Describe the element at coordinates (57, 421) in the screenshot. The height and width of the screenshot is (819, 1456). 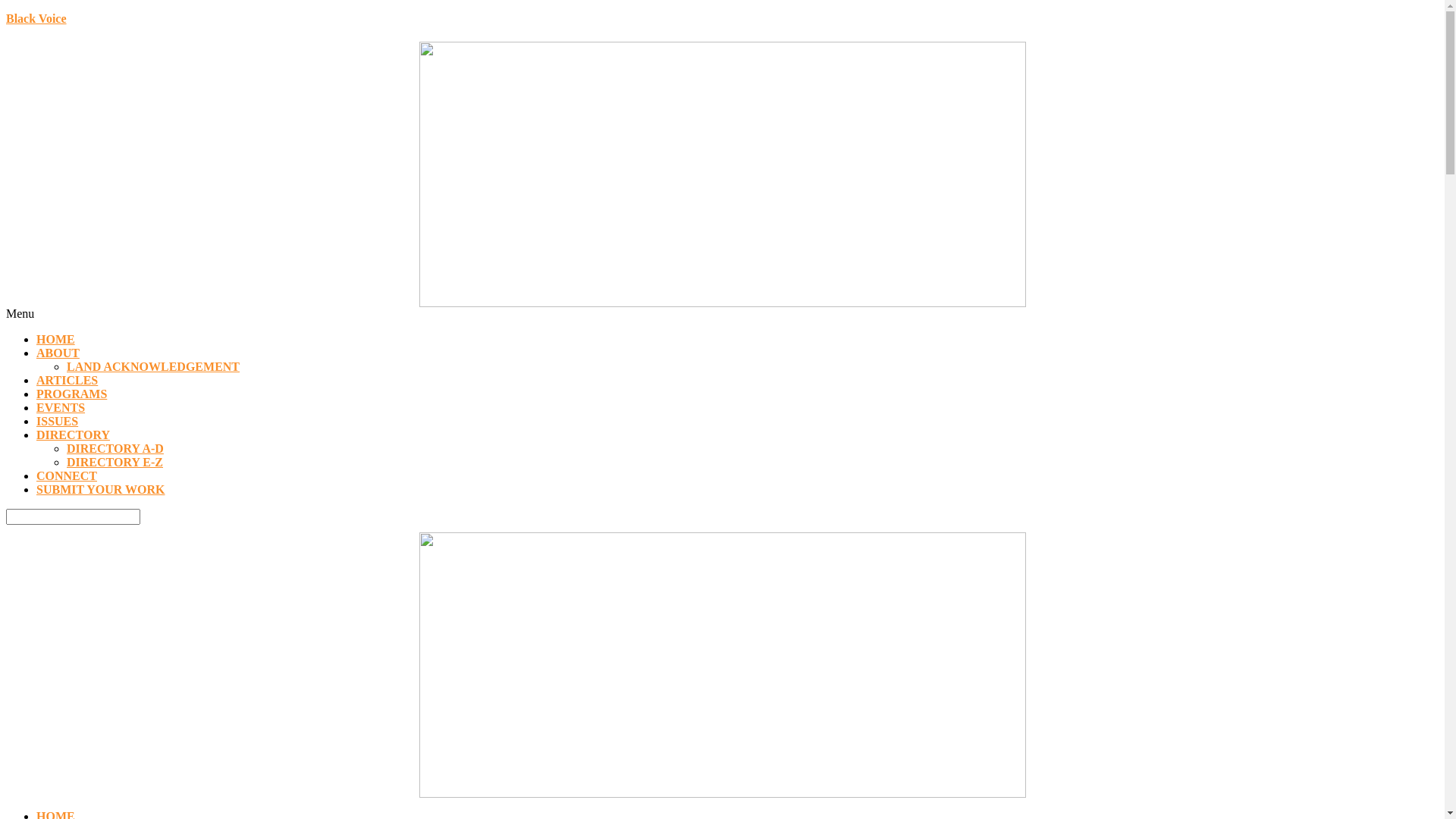
I see `'ISSUES'` at that location.